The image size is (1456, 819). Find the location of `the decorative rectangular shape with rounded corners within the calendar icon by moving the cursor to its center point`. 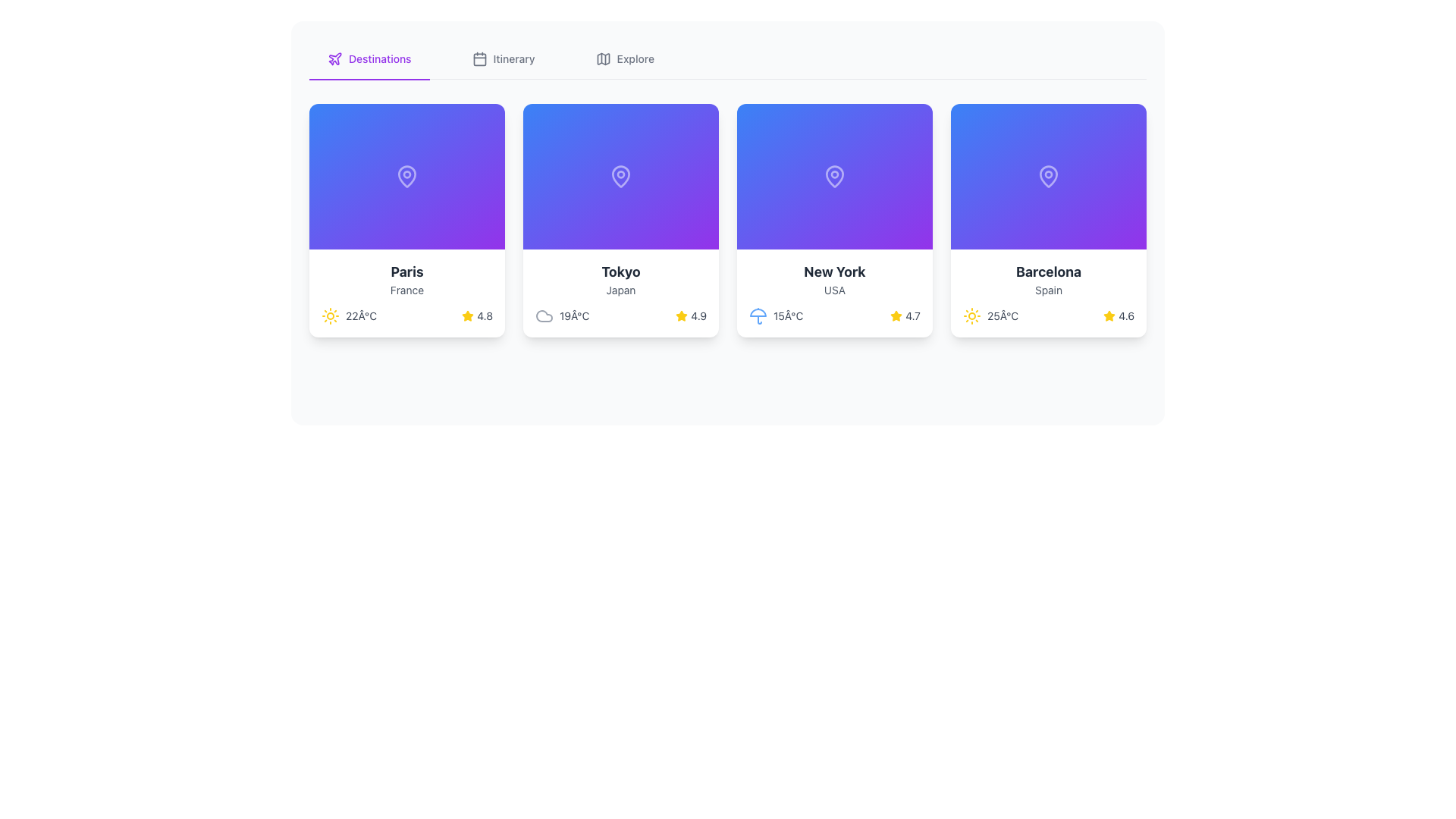

the decorative rectangular shape with rounded corners within the calendar icon by moving the cursor to its center point is located at coordinates (479, 58).